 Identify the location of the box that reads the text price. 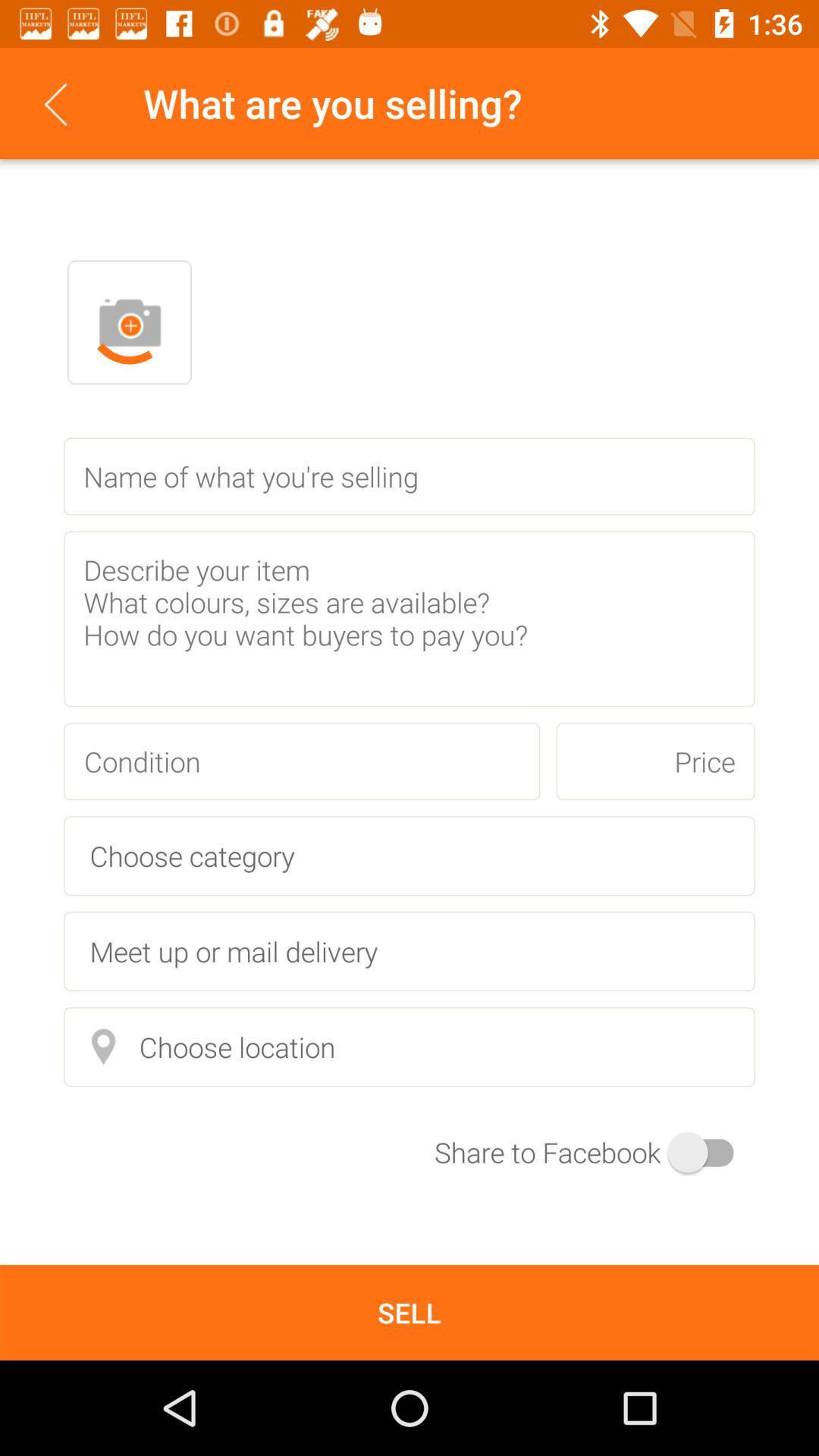
(654, 761).